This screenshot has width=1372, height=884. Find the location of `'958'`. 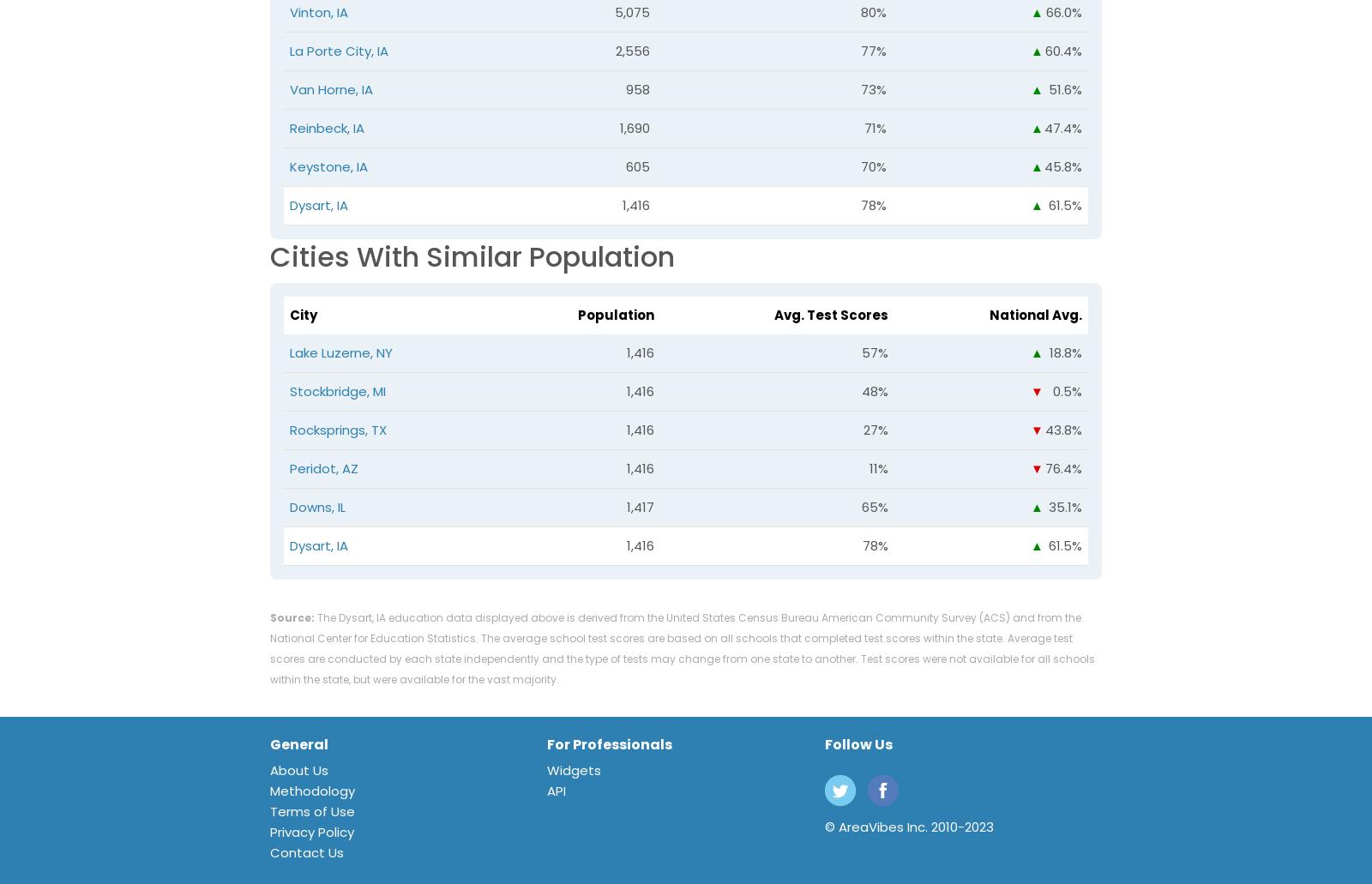

'958' is located at coordinates (638, 88).